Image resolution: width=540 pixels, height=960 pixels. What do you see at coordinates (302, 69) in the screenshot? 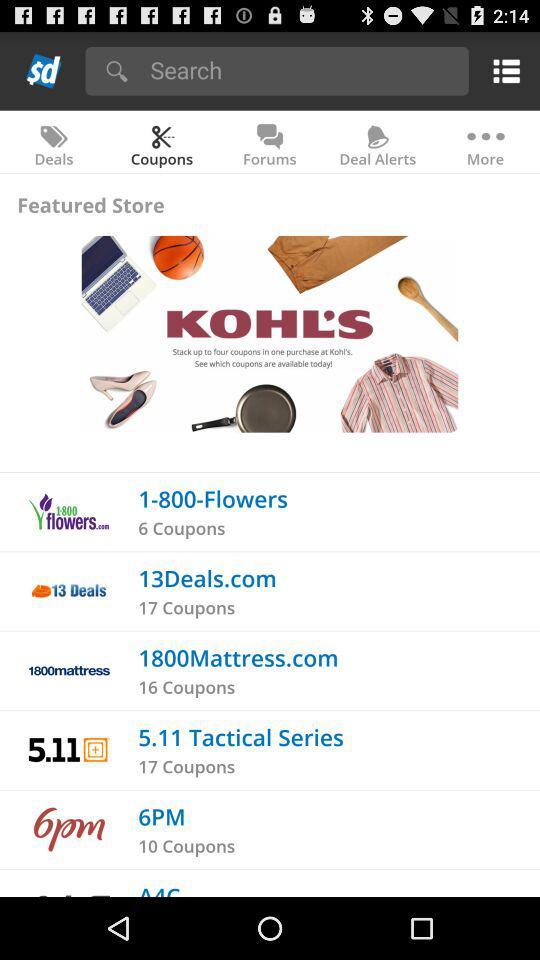
I see `search bar` at bounding box center [302, 69].